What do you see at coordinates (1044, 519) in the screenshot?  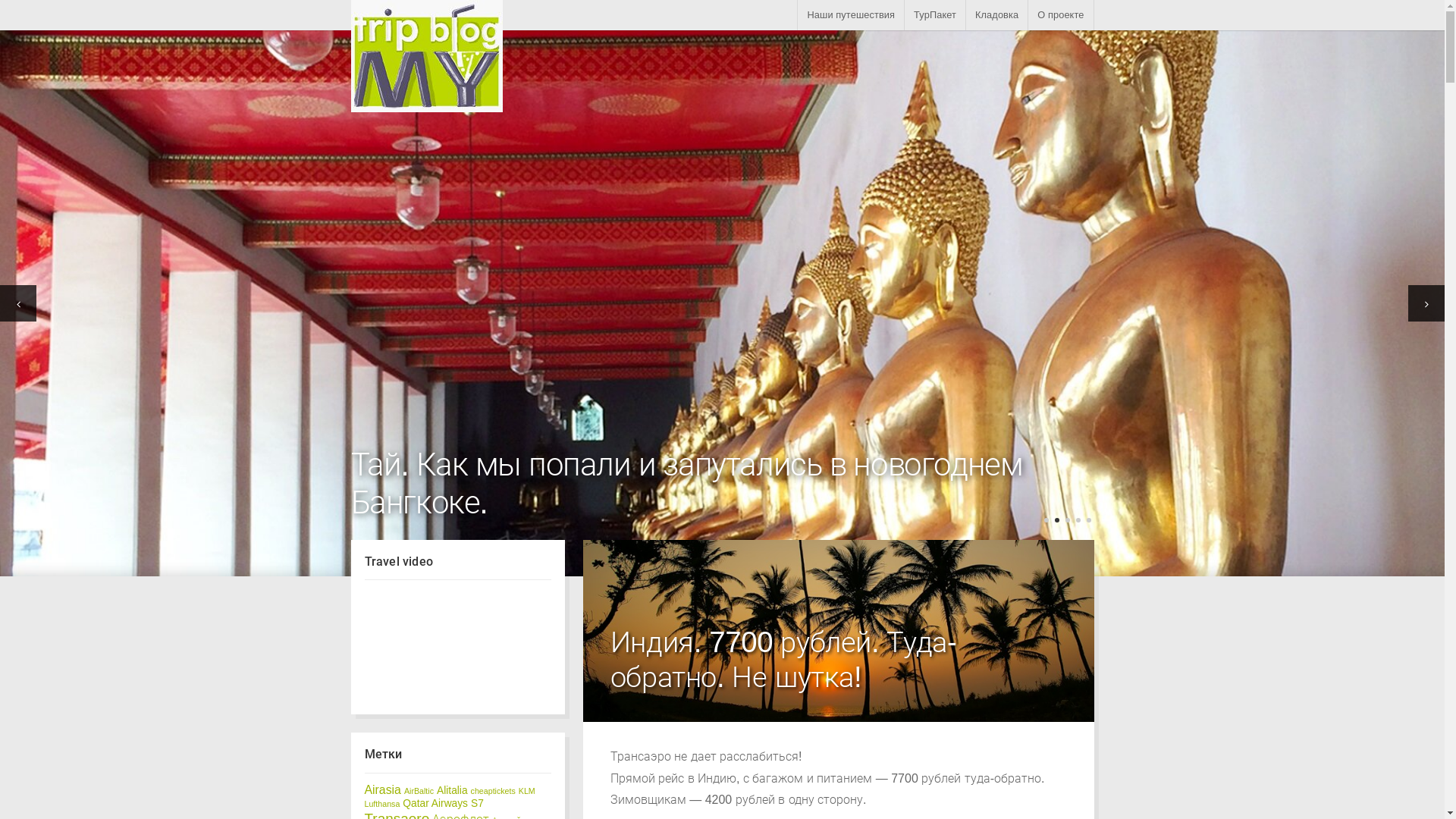 I see `'1'` at bounding box center [1044, 519].